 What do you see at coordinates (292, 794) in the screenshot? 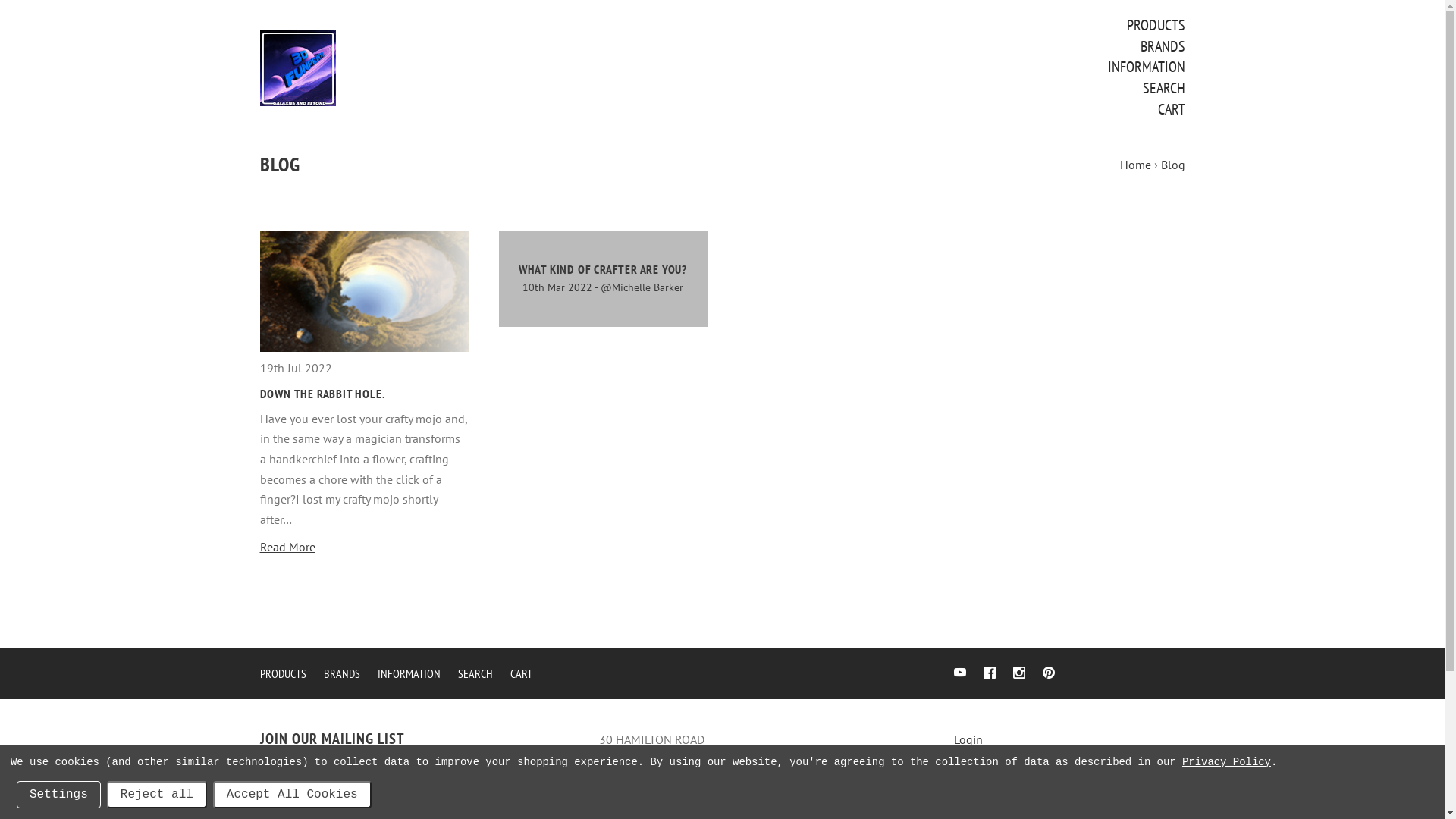
I see `'Accept All Cookies'` at bounding box center [292, 794].